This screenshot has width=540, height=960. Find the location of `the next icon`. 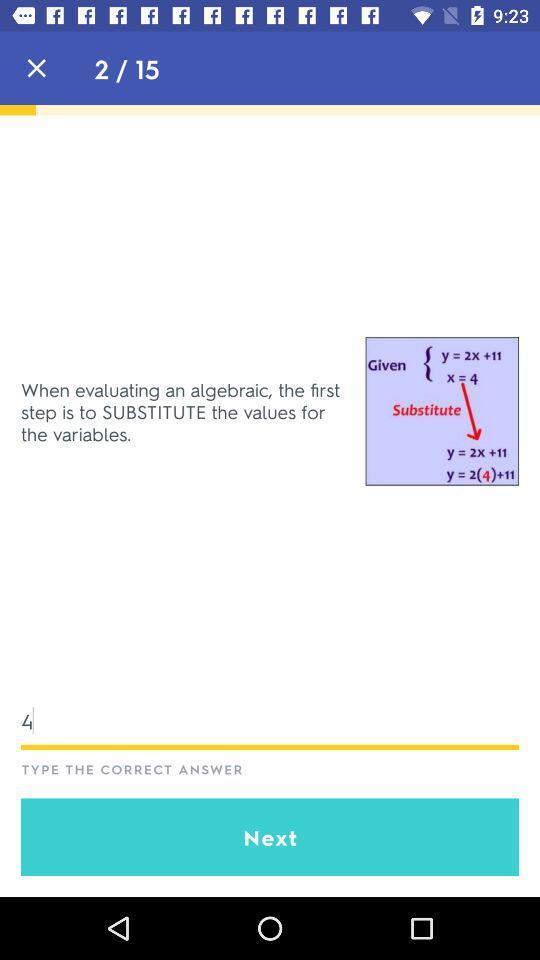

the next icon is located at coordinates (270, 837).